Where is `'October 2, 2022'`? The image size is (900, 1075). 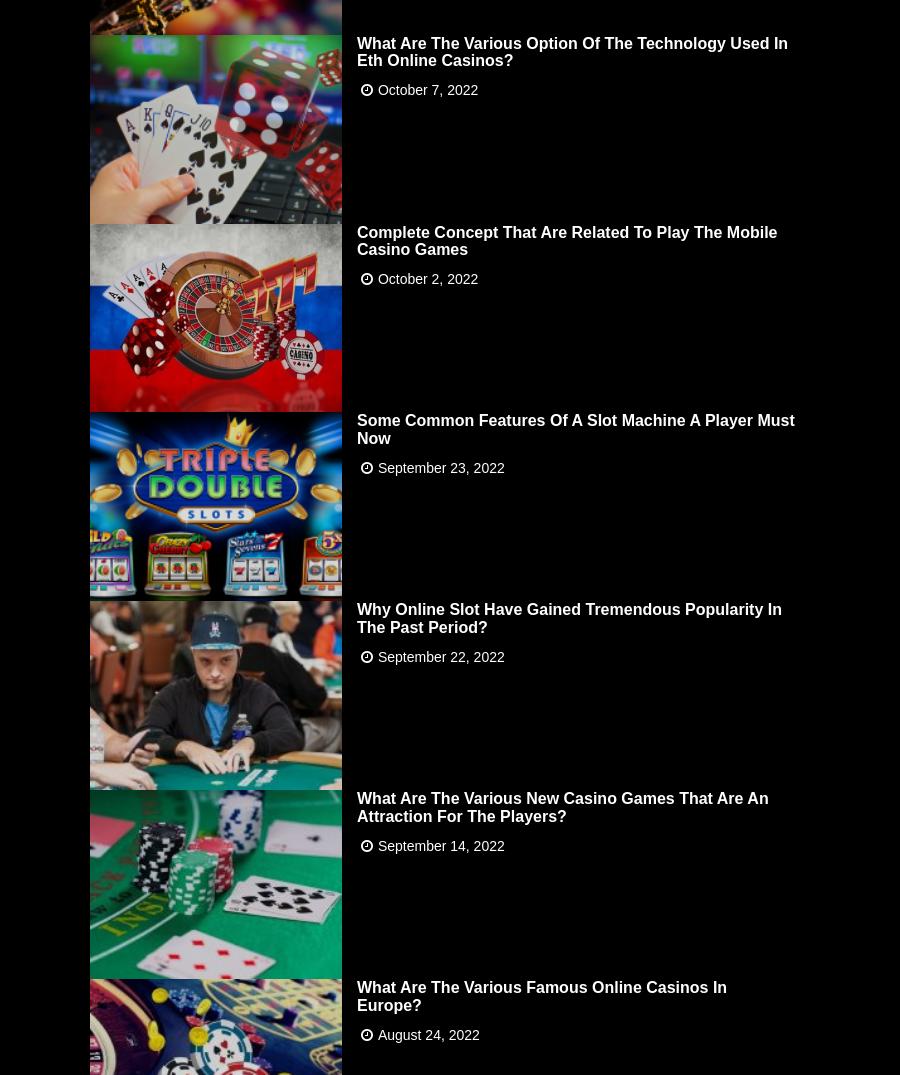 'October 2, 2022' is located at coordinates (427, 277).